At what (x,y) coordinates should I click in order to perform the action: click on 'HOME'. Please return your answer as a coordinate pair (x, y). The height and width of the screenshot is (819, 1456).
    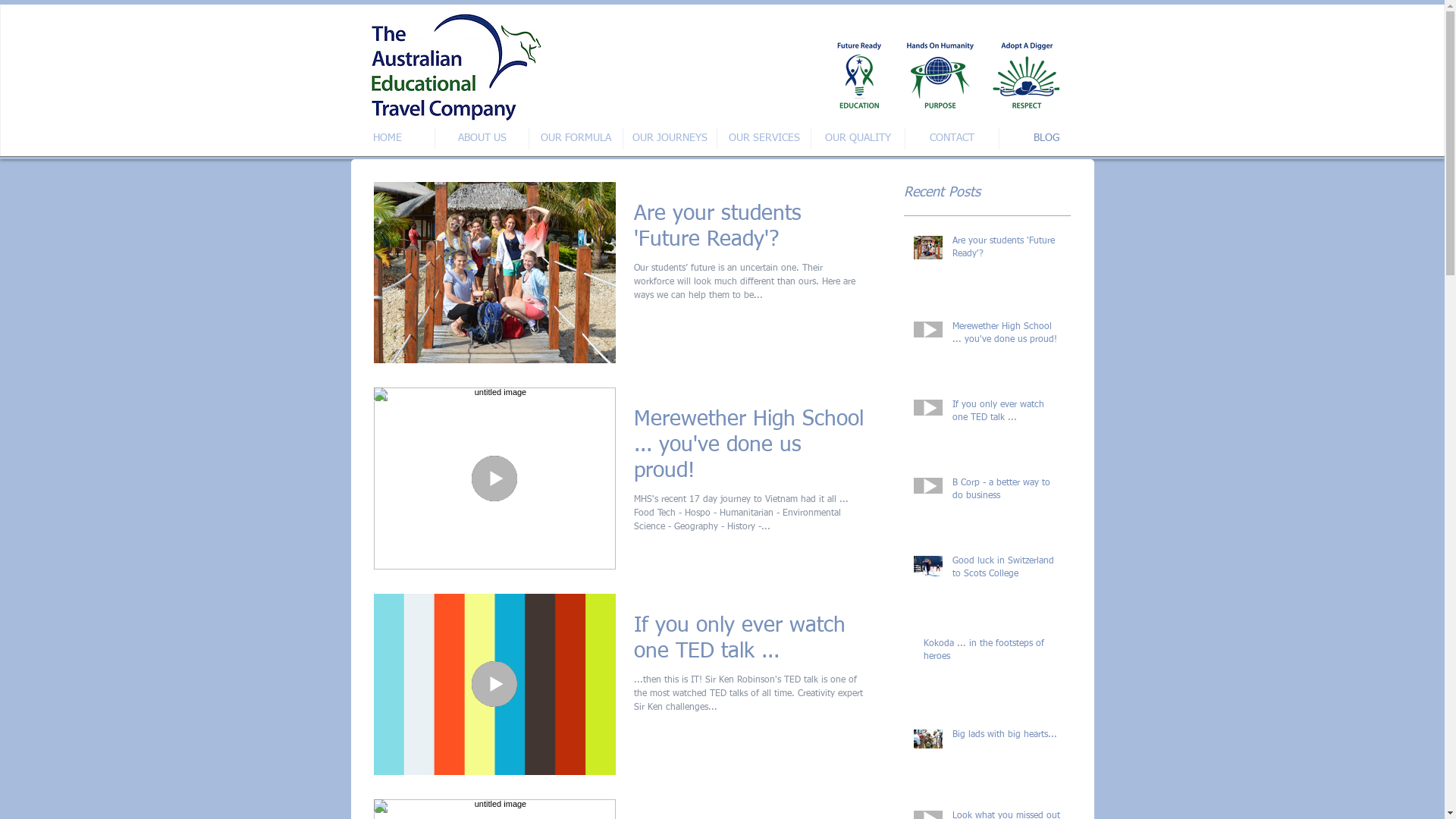
    Looking at the image, I should click on (387, 138).